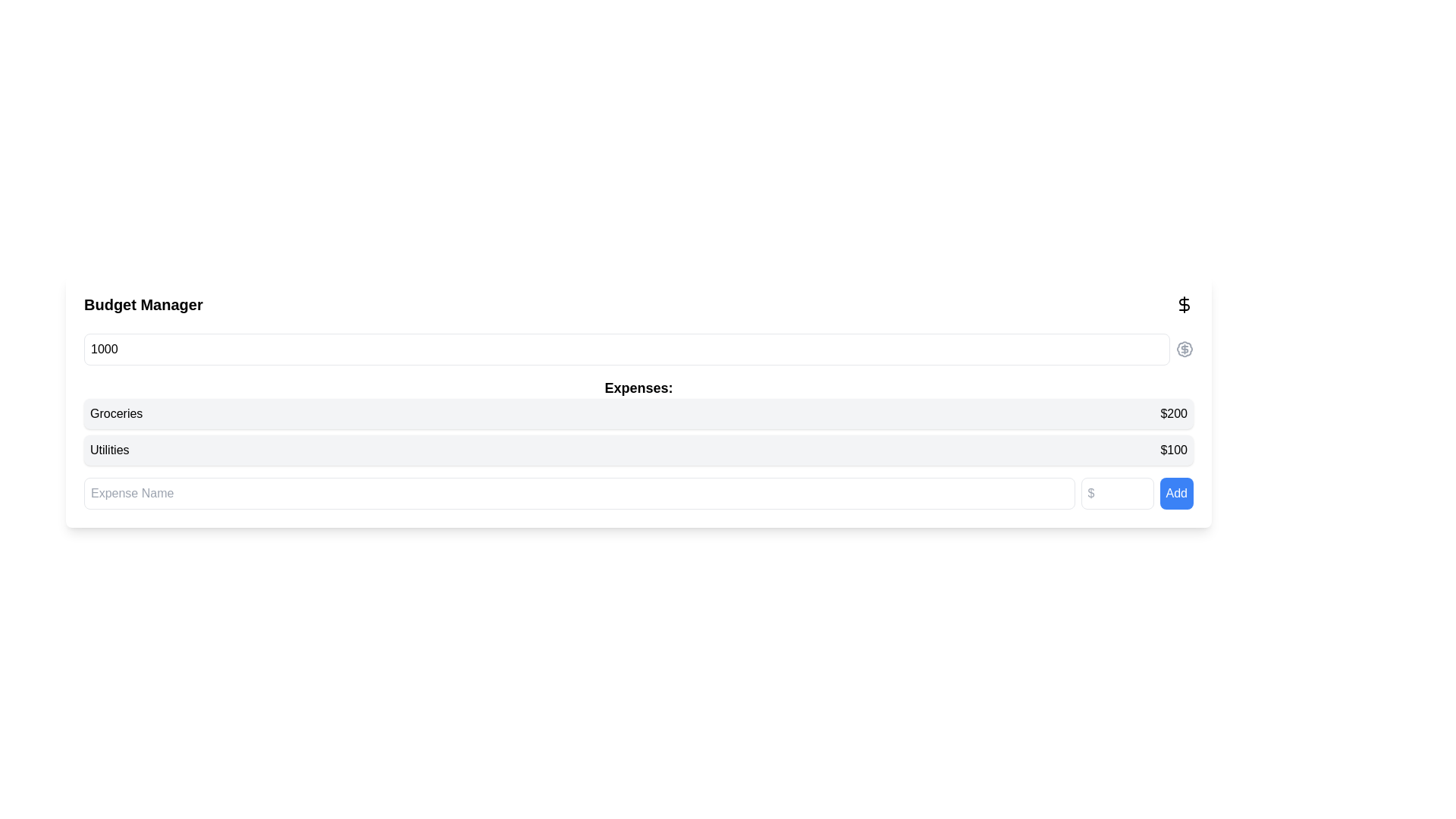  What do you see at coordinates (639, 494) in the screenshot?
I see `the 'Expense Name' input field located within the 'Budget Manager' panel` at bounding box center [639, 494].